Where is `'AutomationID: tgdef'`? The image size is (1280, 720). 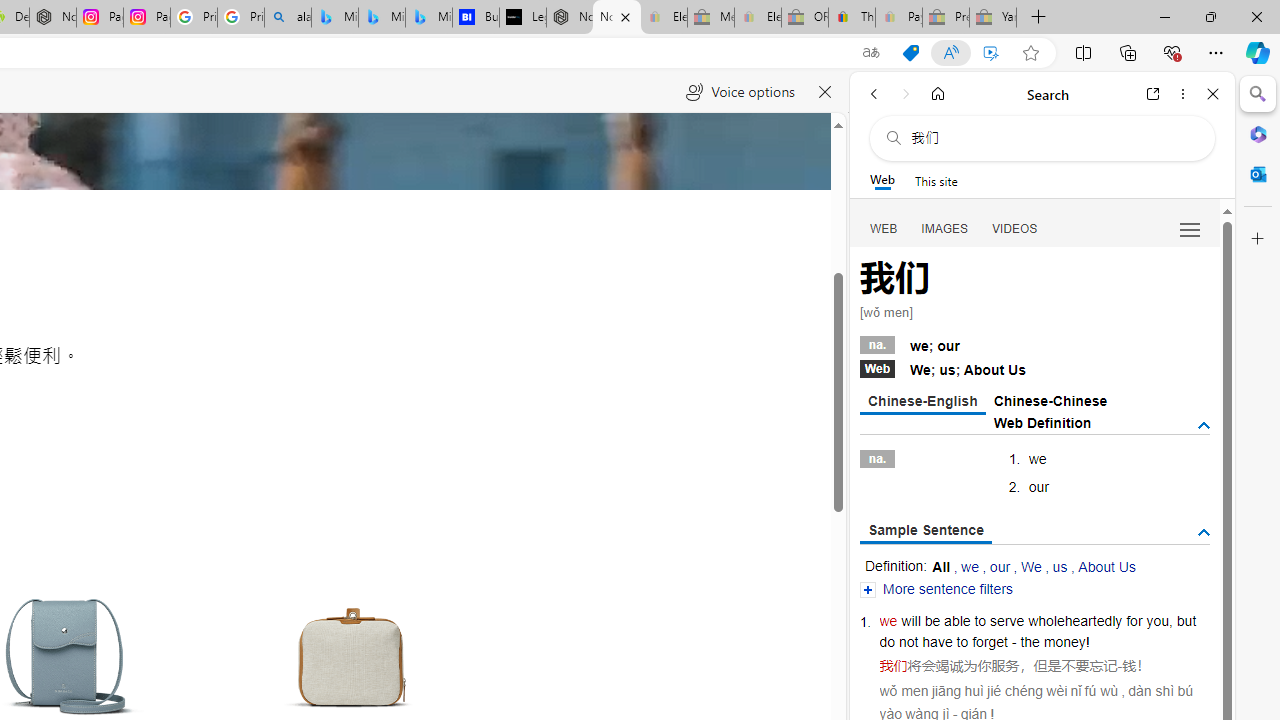
'AutomationID: tgdef' is located at coordinates (1202, 424).